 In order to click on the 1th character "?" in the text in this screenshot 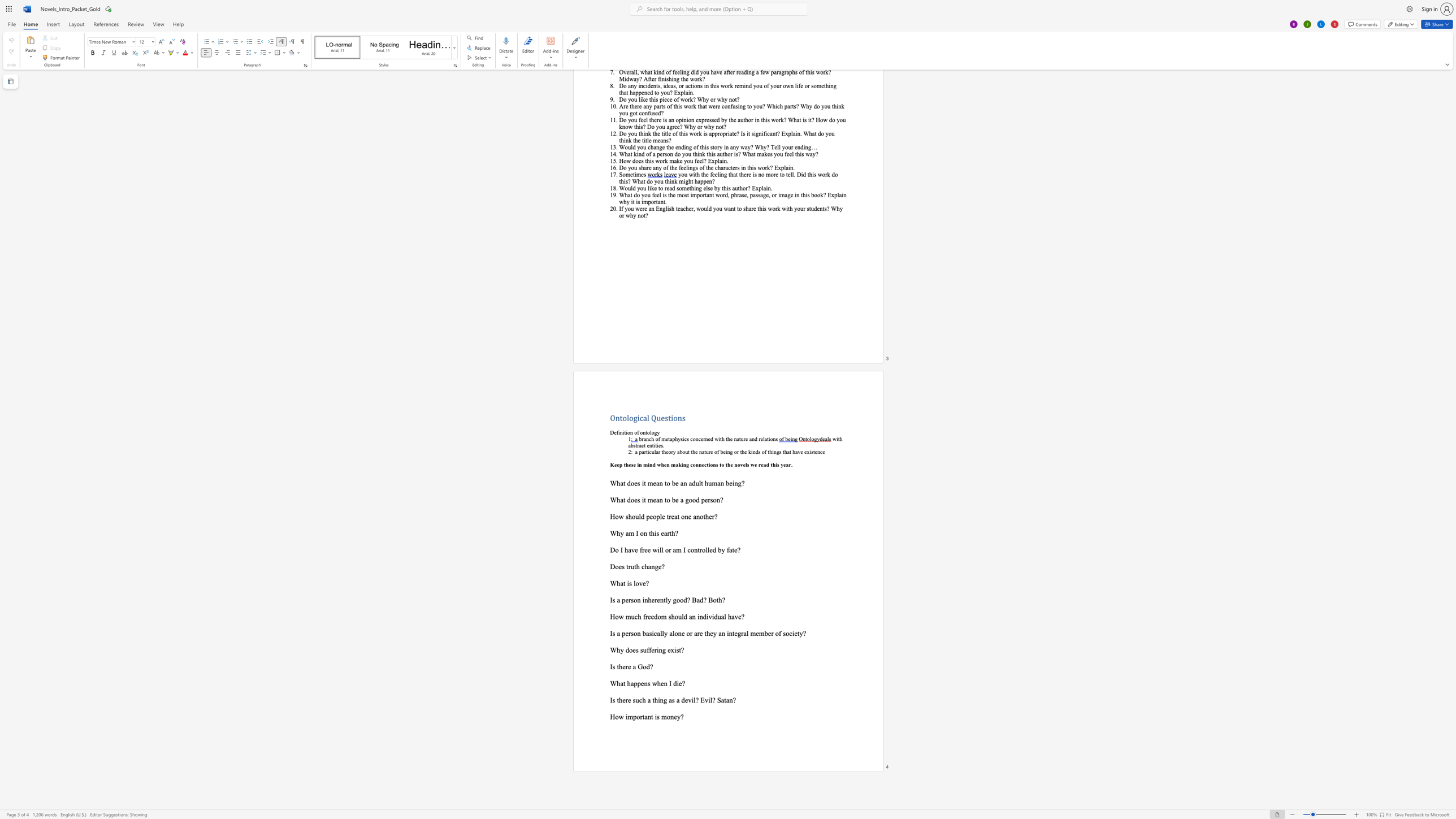, I will do `click(683, 683)`.